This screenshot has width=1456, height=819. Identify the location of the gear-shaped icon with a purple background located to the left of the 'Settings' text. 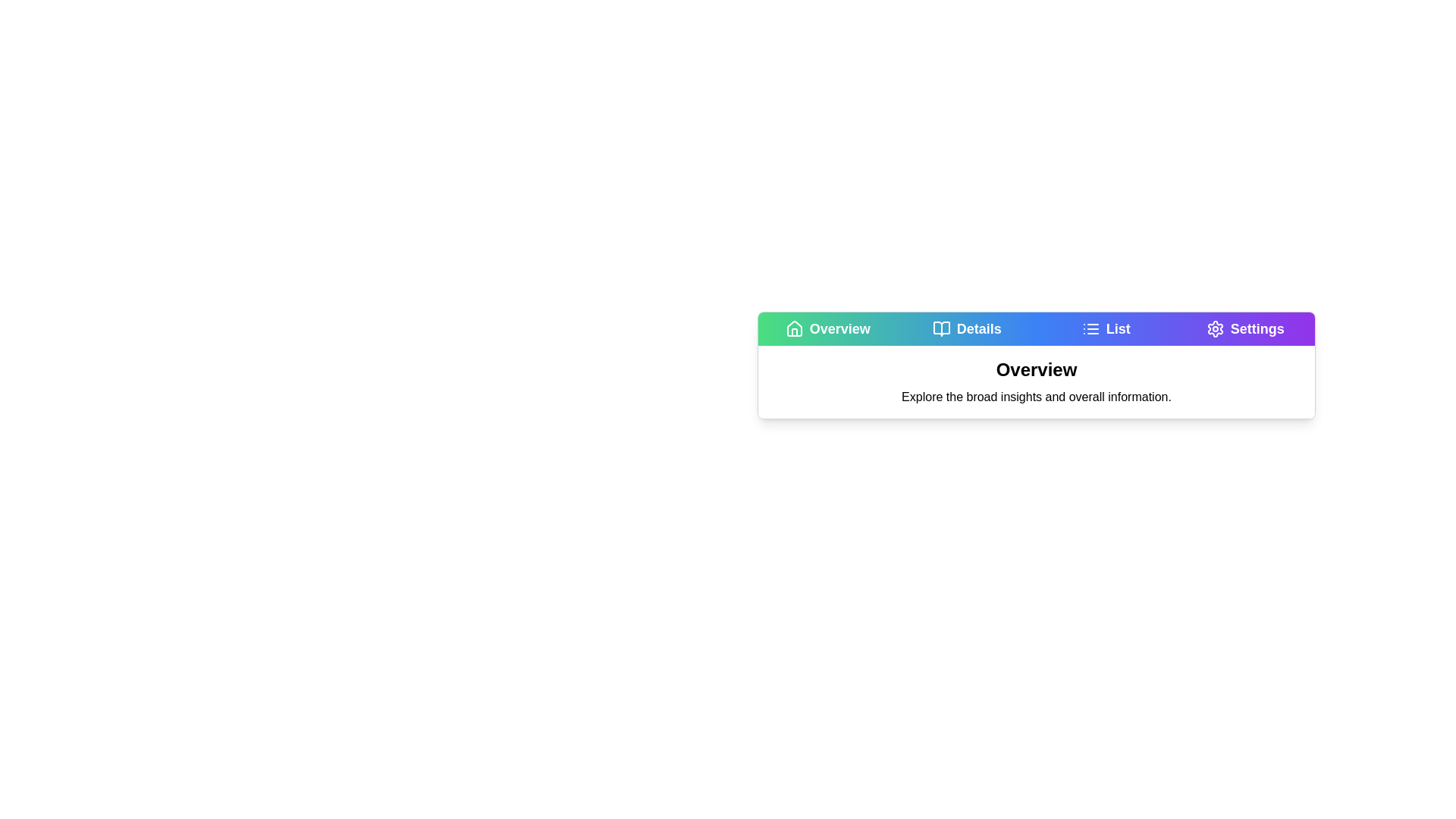
(1215, 328).